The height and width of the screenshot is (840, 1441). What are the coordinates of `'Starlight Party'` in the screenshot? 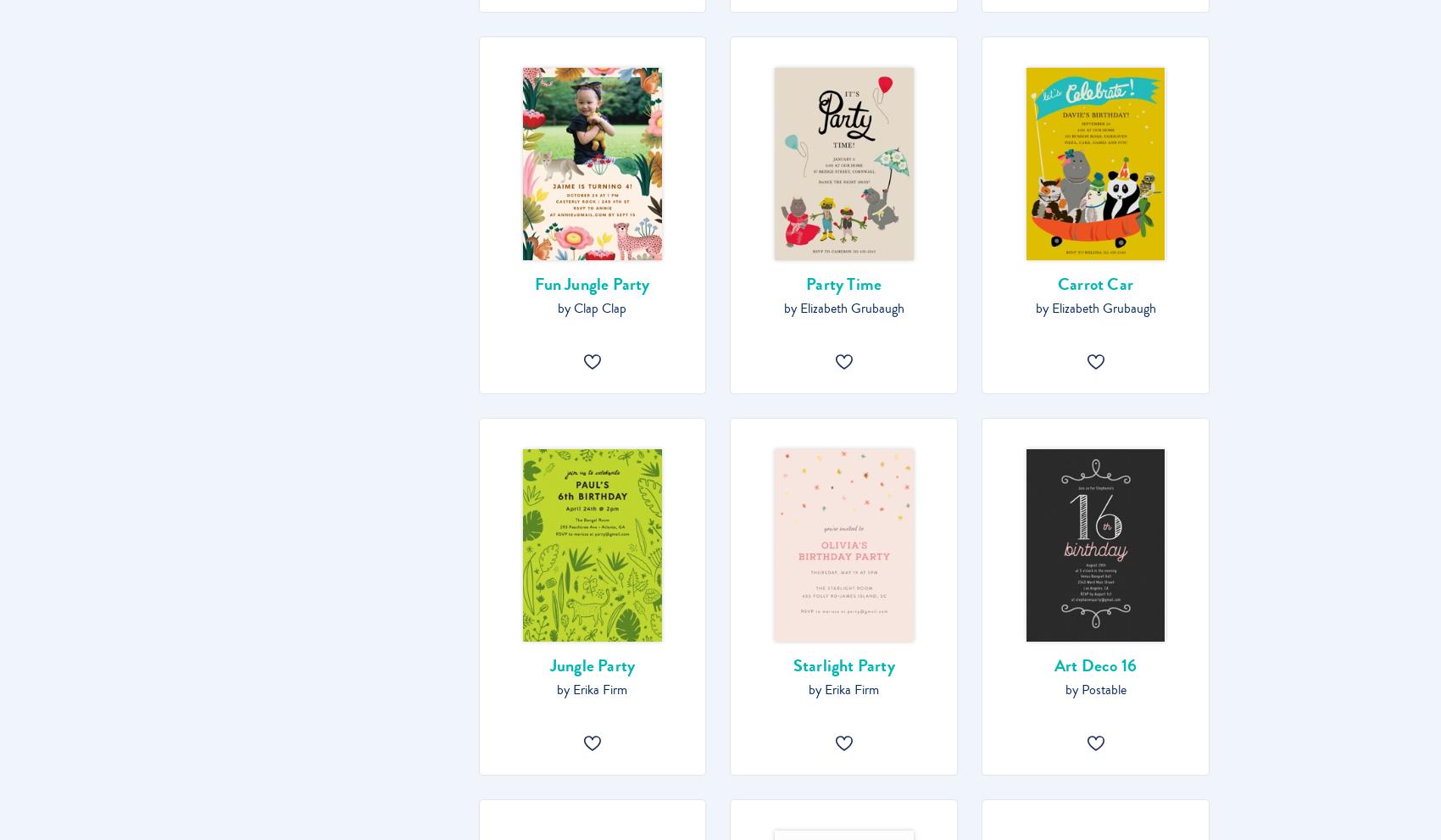 It's located at (843, 665).